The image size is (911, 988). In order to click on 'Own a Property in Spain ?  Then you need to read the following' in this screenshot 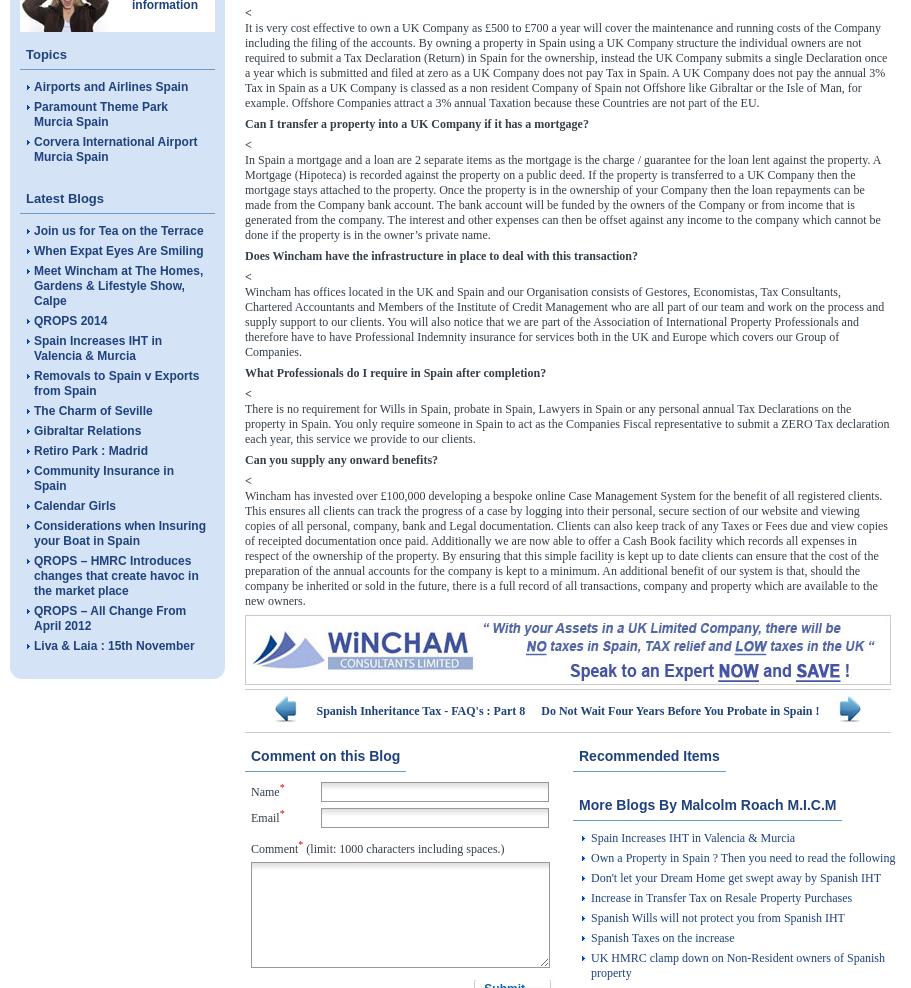, I will do `click(742, 857)`.